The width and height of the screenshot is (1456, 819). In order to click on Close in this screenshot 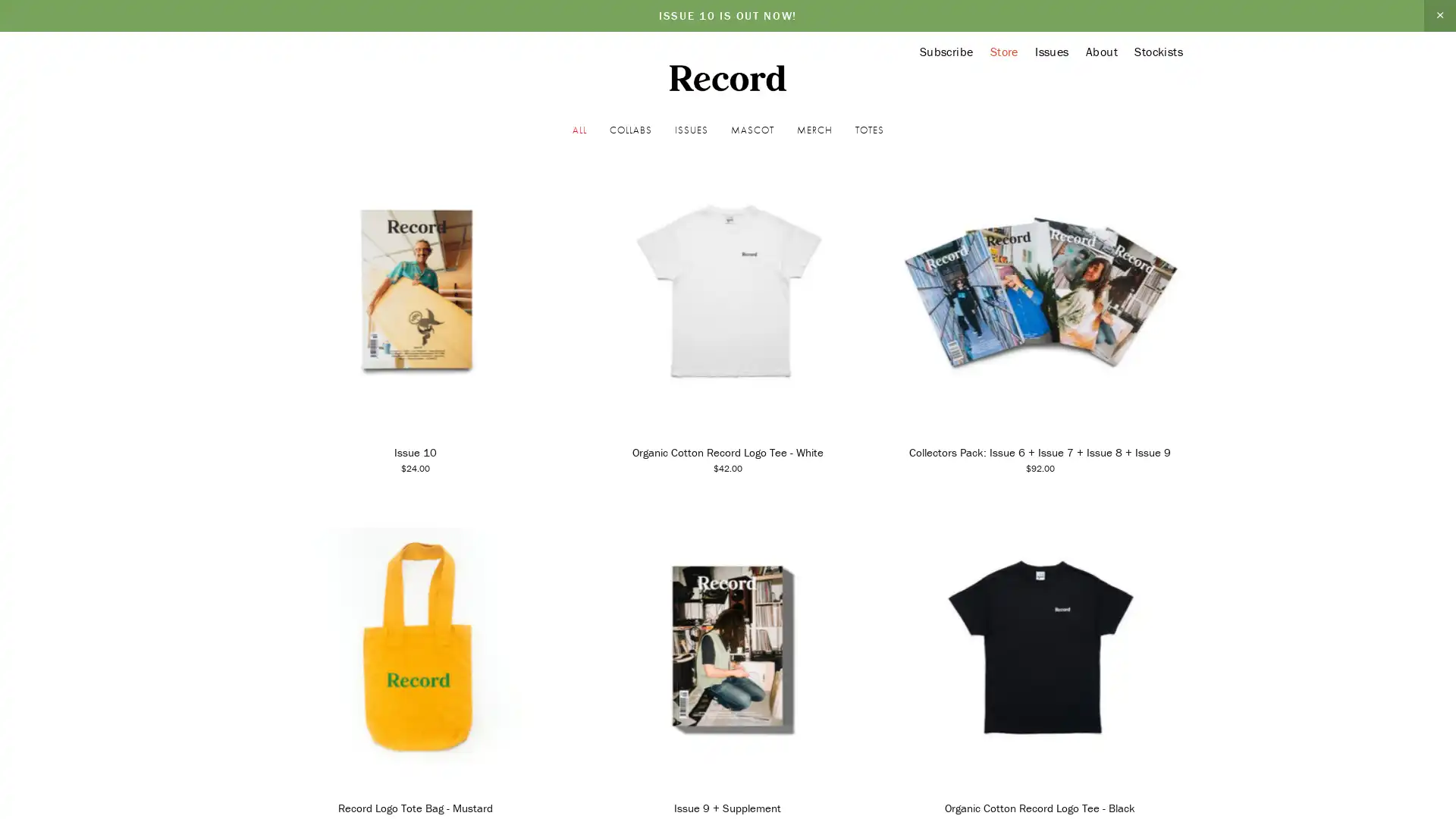, I will do `click(1437, 681)`.